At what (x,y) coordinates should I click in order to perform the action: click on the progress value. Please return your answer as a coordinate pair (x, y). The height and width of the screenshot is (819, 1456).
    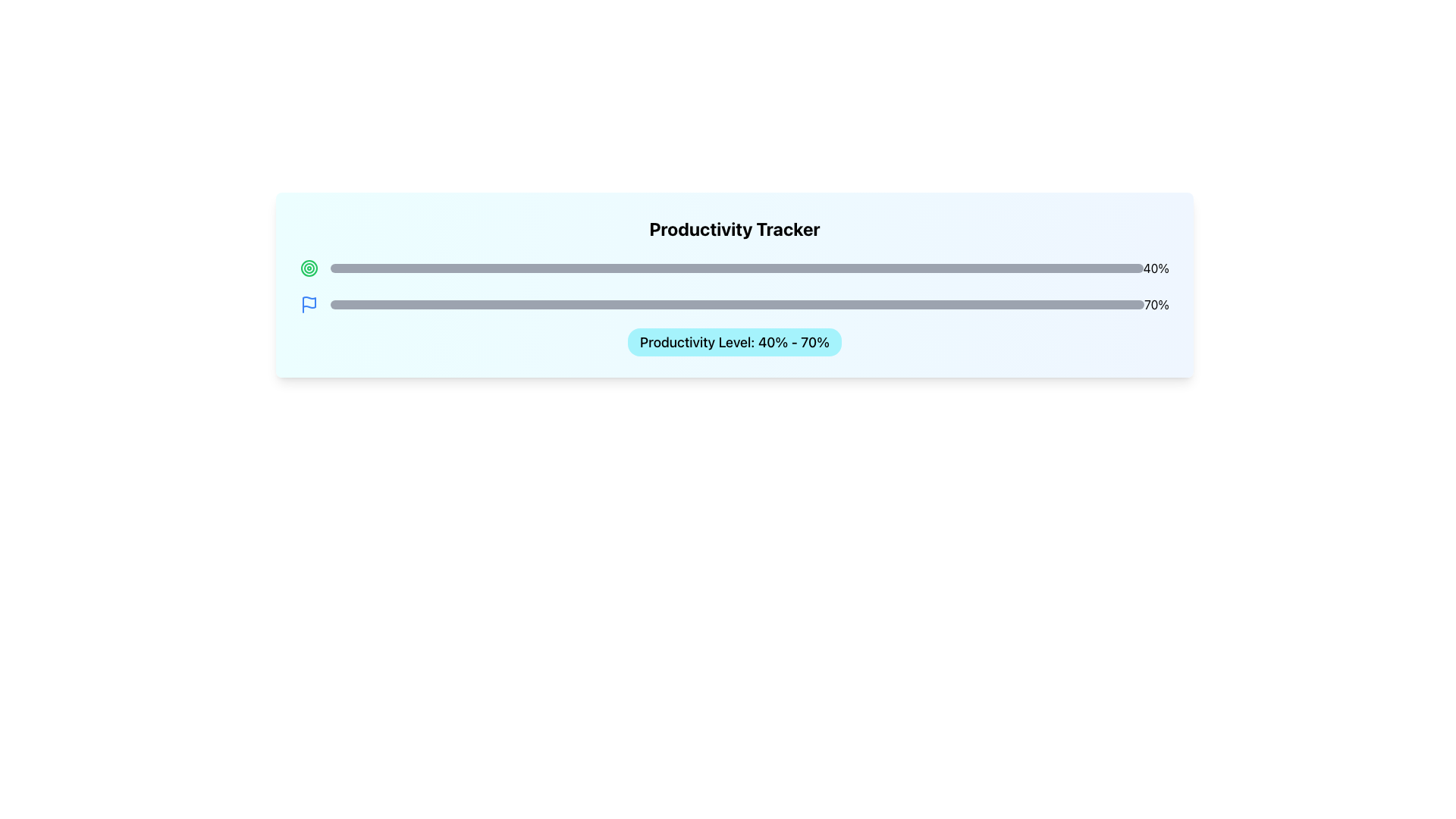
    Looking at the image, I should click on (573, 304).